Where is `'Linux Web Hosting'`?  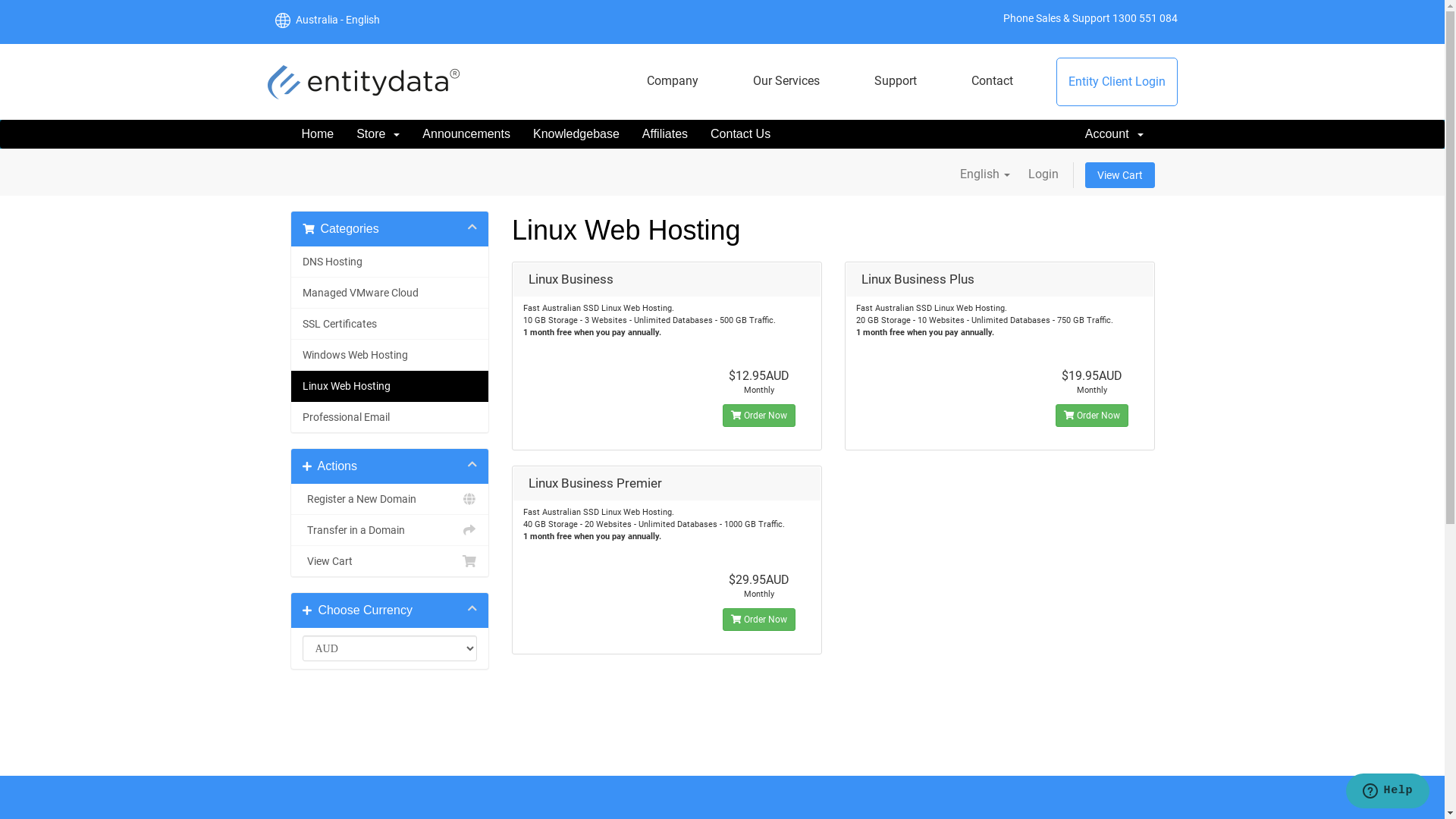 'Linux Web Hosting' is located at coordinates (390, 385).